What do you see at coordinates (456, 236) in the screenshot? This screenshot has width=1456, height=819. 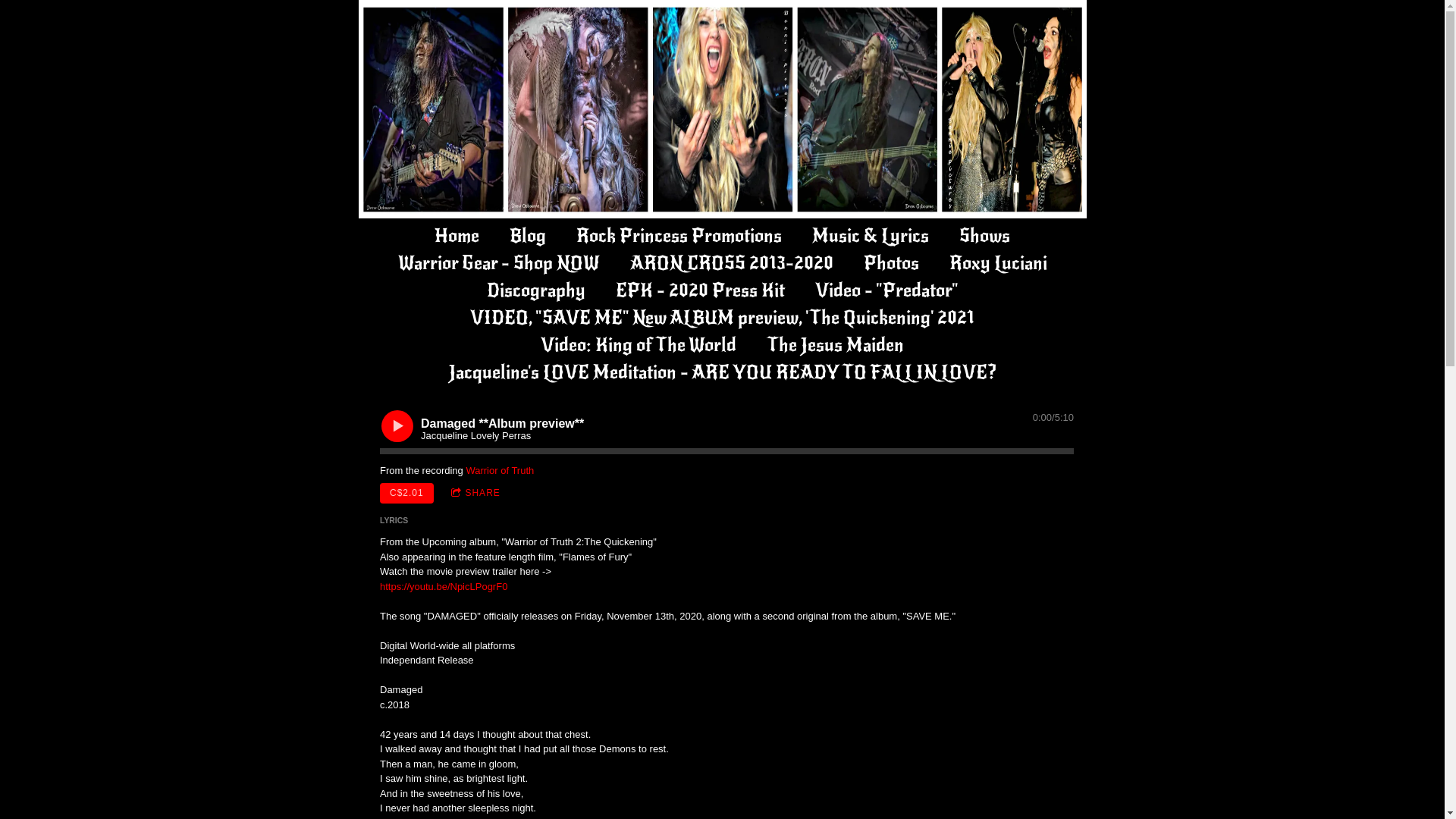 I see `'Home'` at bounding box center [456, 236].